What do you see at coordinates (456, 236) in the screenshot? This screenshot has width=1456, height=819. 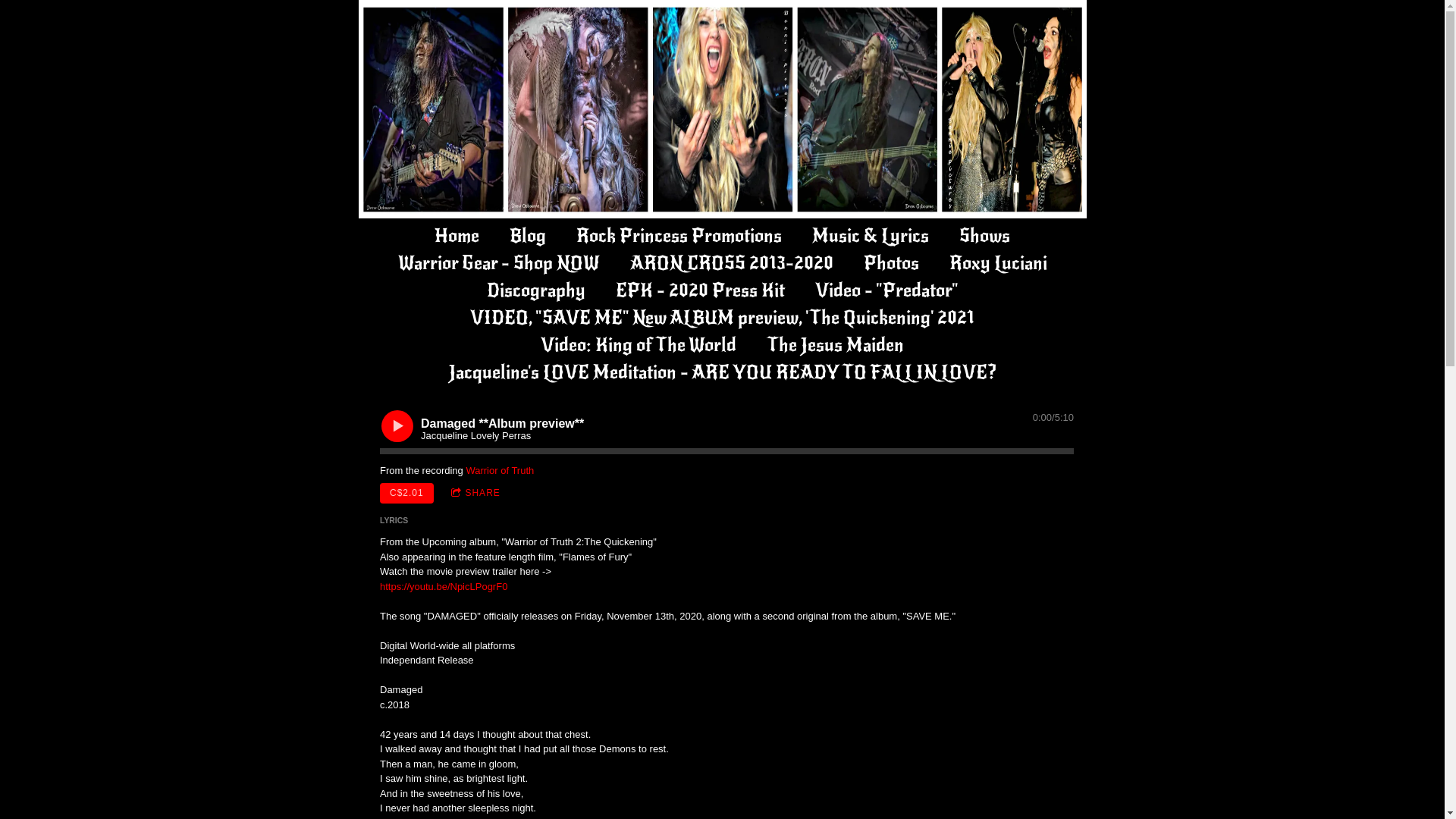 I see `'Home'` at bounding box center [456, 236].